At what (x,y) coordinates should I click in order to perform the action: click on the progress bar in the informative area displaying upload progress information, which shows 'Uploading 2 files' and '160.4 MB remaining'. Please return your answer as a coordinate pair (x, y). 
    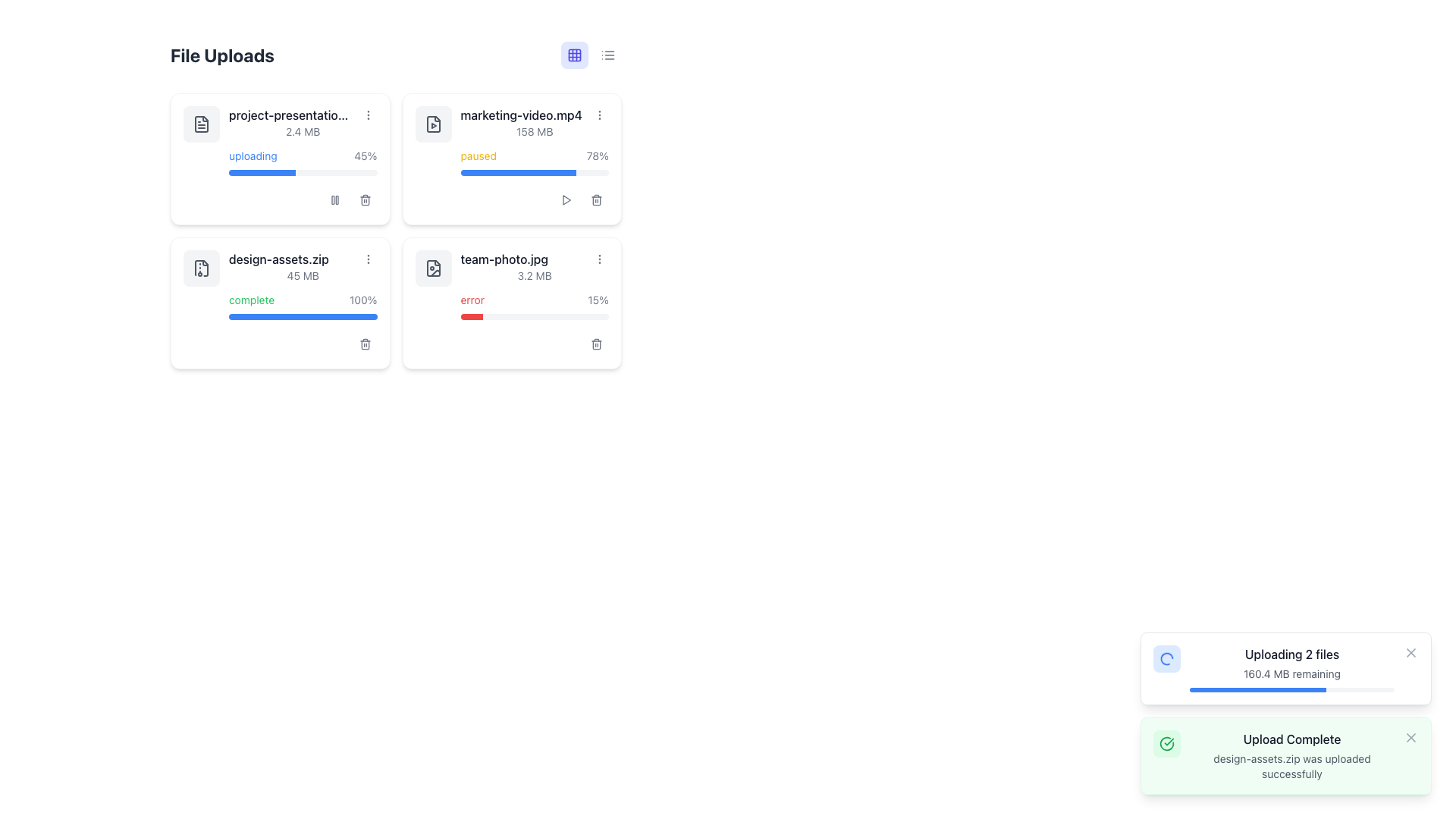
    Looking at the image, I should click on (1291, 668).